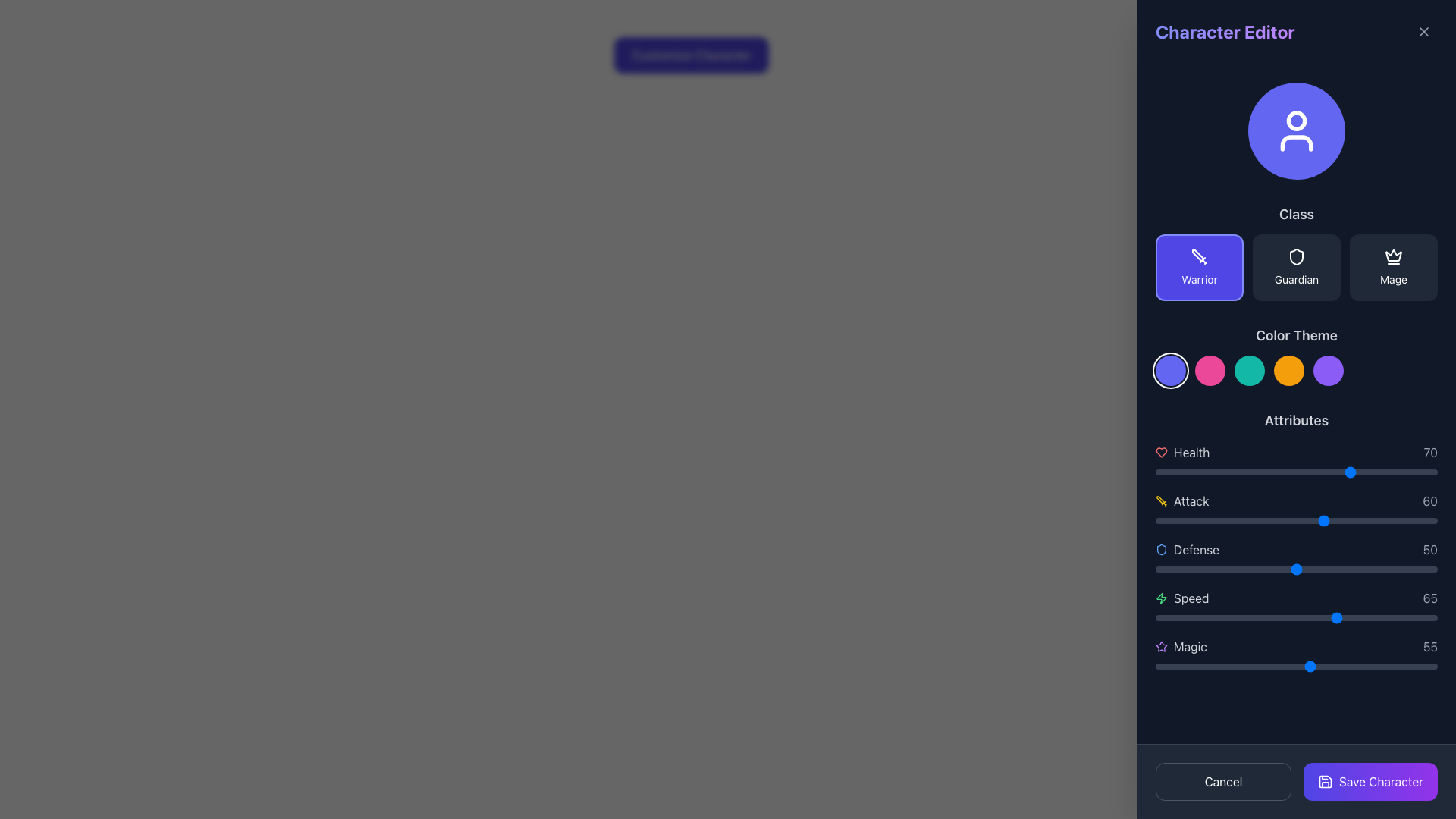 This screenshot has width=1456, height=819. Describe the element at coordinates (1199, 280) in the screenshot. I see `the 'Warrior' text label, which is styled in white and located within the first button of the 'Class' section in the 'Character Editor'` at that location.